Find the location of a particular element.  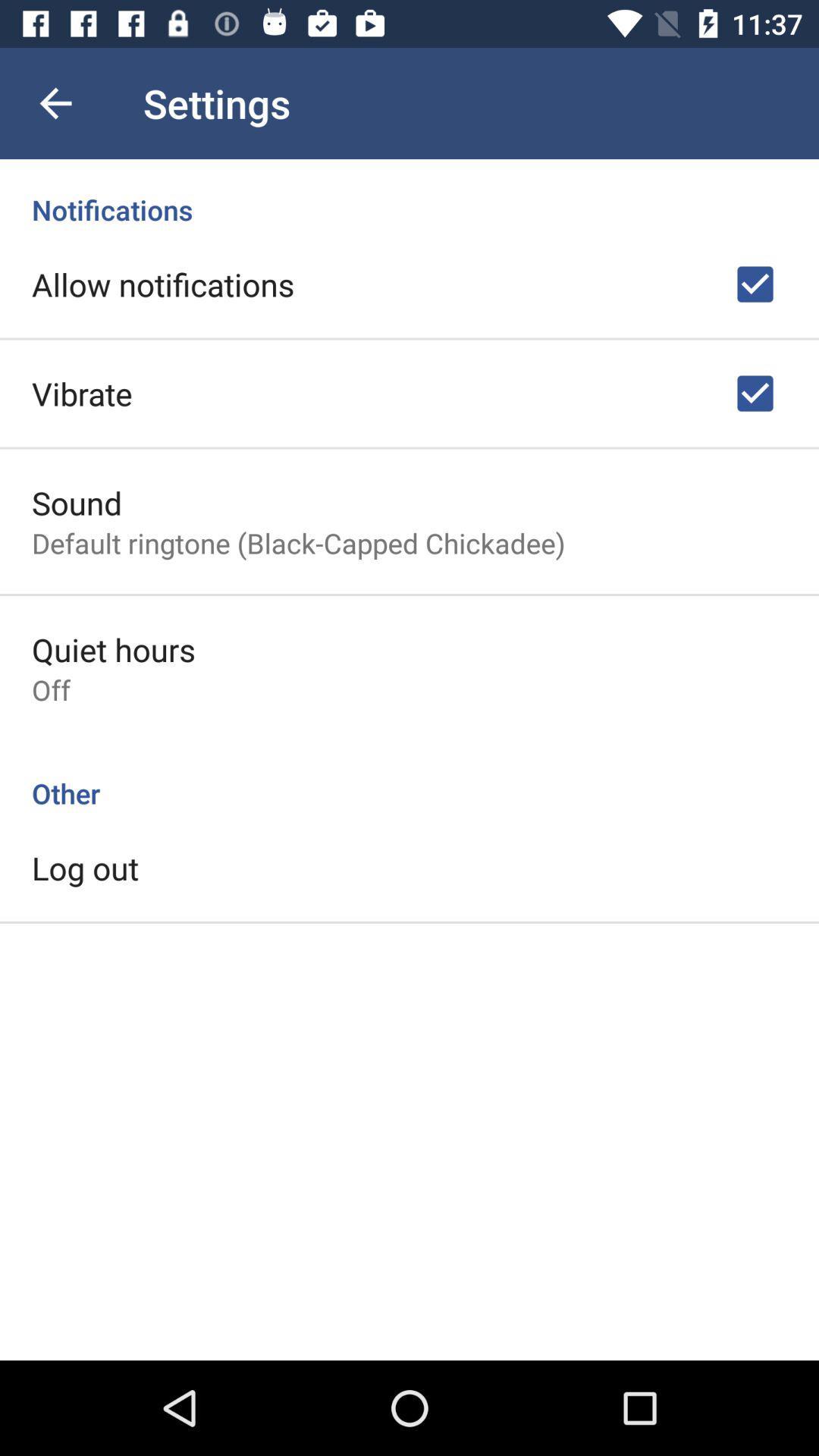

the vibrate is located at coordinates (82, 393).